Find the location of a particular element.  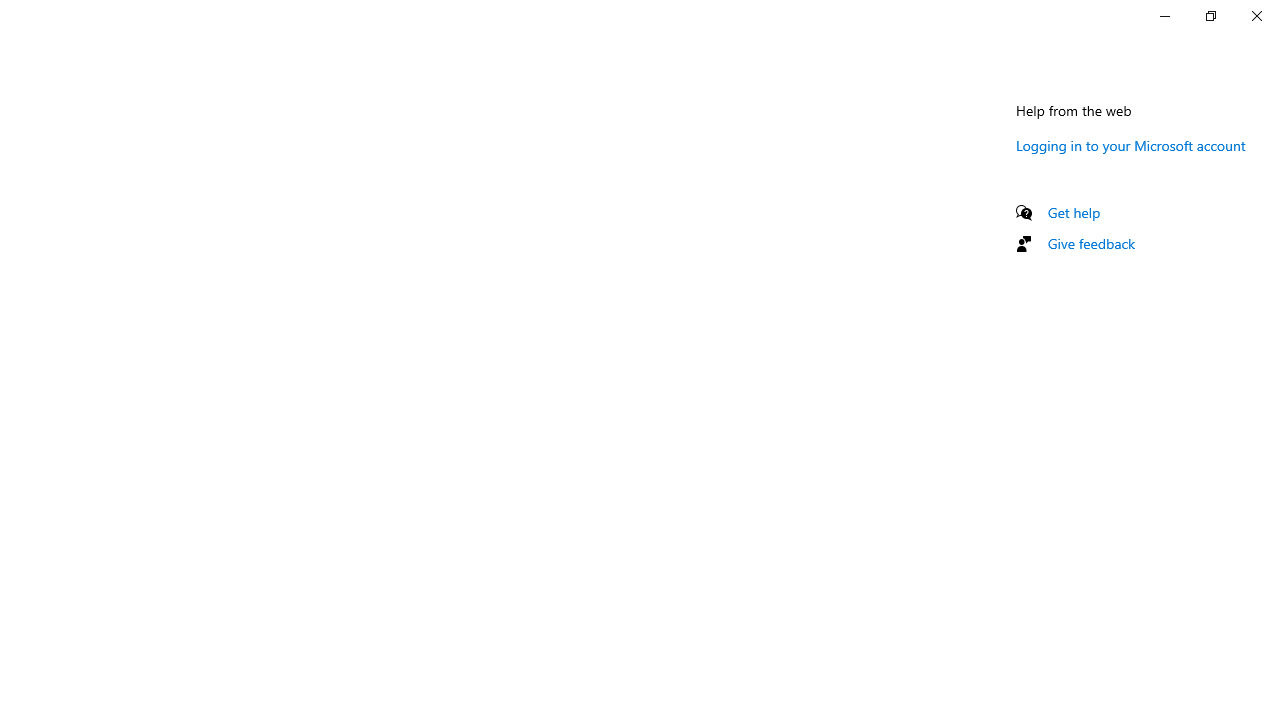

'Restore Settings' is located at coordinates (1209, 15).